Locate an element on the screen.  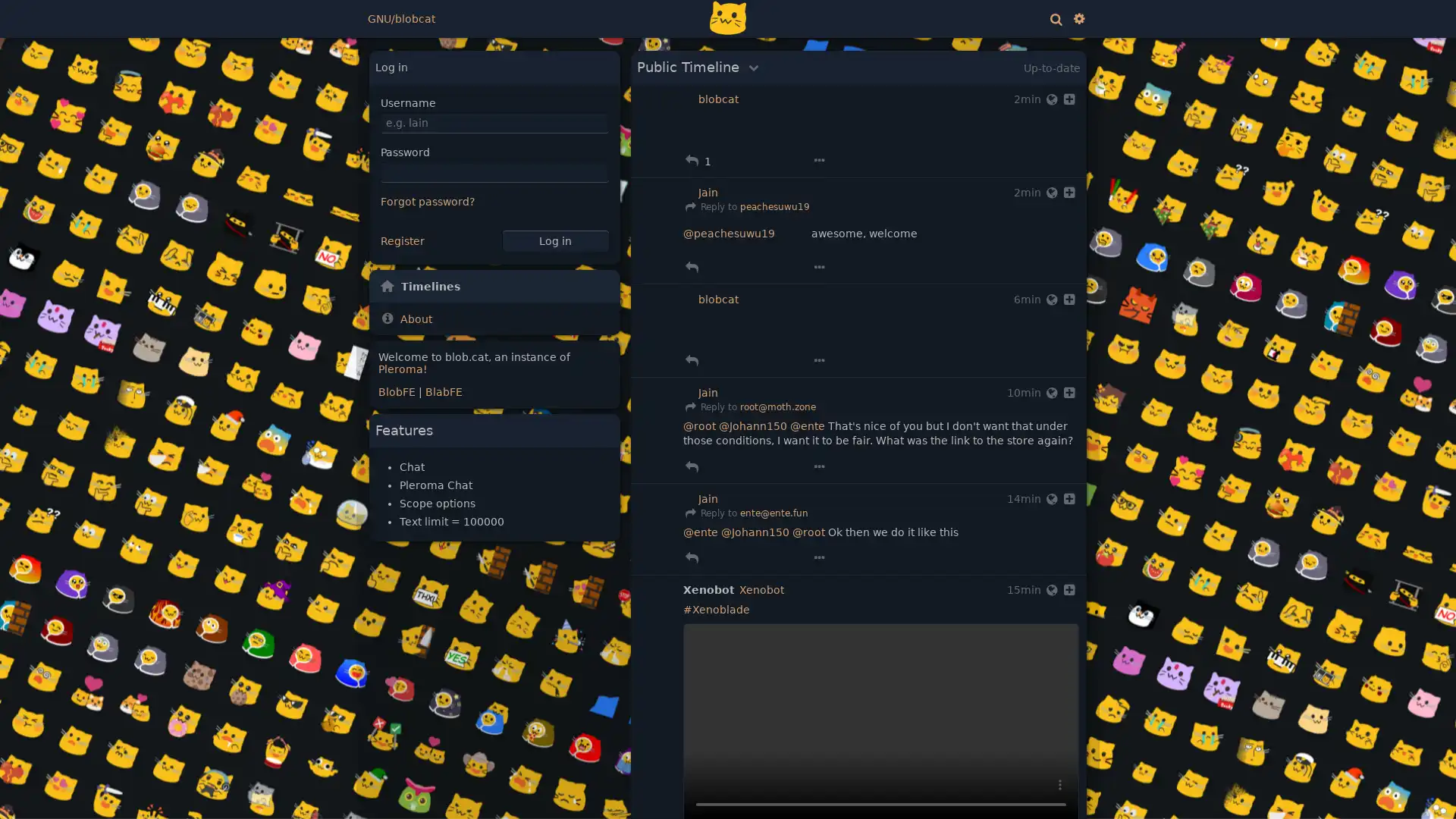
enter full screen is located at coordinates (1022, 783).